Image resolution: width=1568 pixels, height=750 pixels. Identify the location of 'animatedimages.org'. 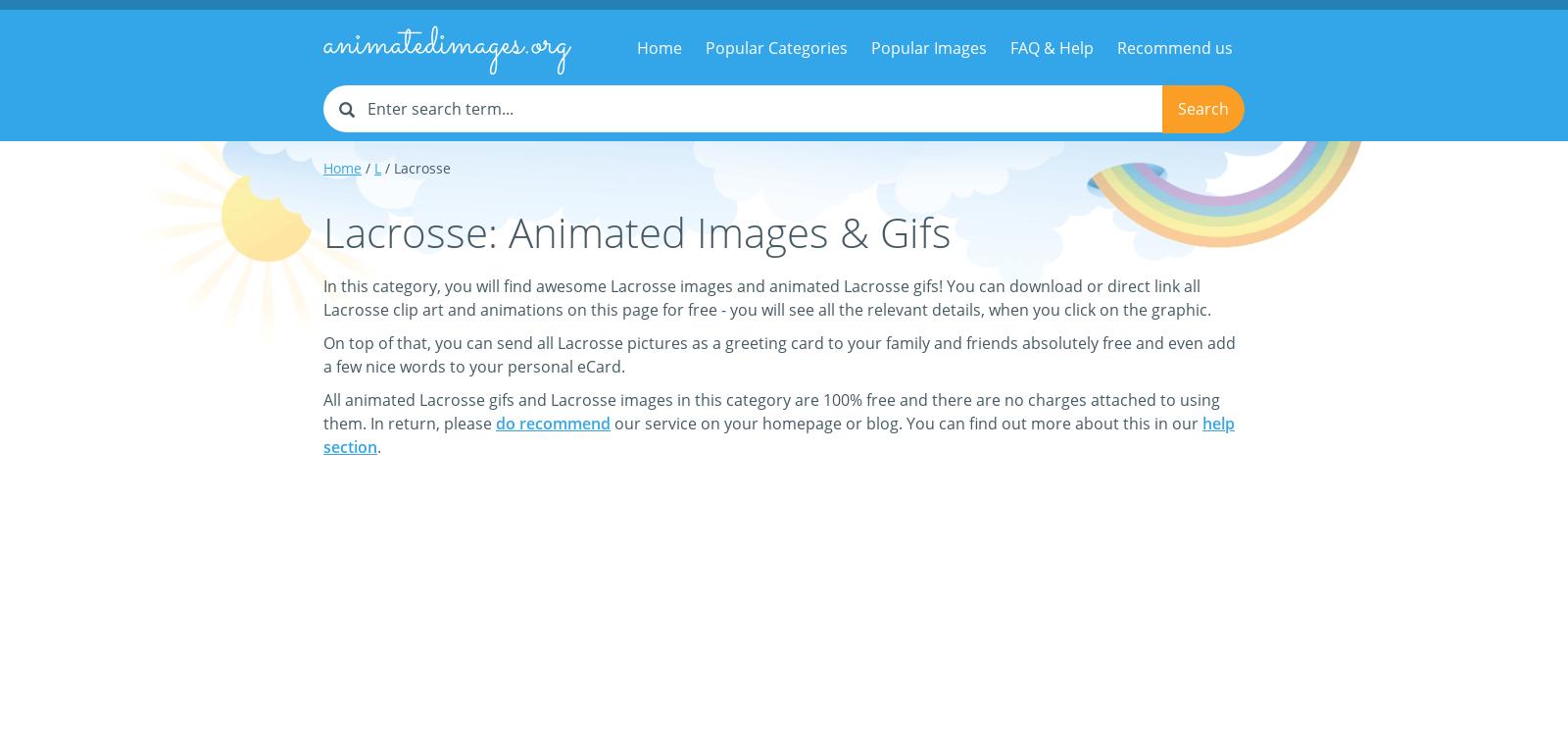
(445, 44).